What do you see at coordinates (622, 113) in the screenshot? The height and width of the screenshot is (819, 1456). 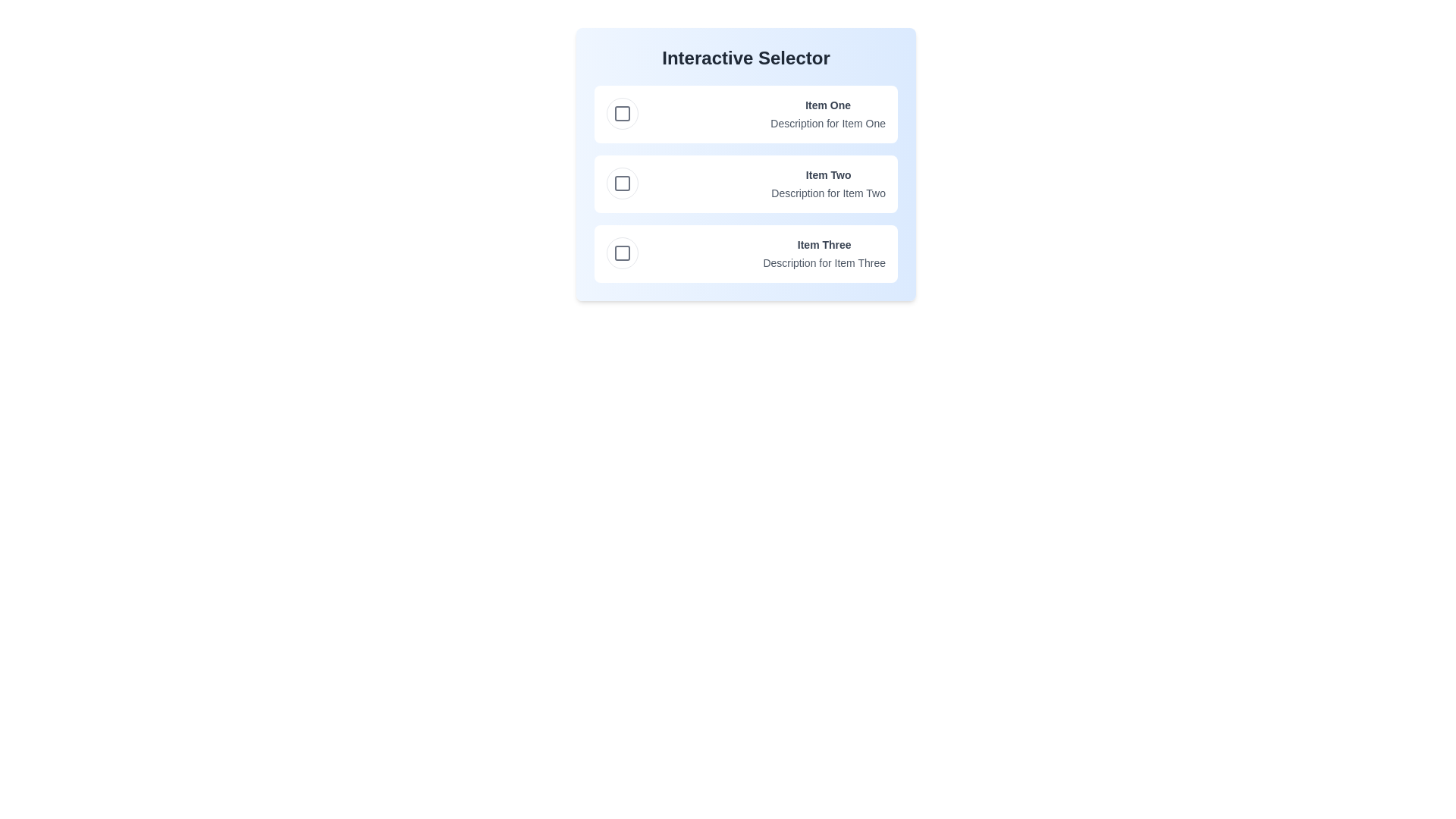 I see `the circular button containing an icon` at bounding box center [622, 113].